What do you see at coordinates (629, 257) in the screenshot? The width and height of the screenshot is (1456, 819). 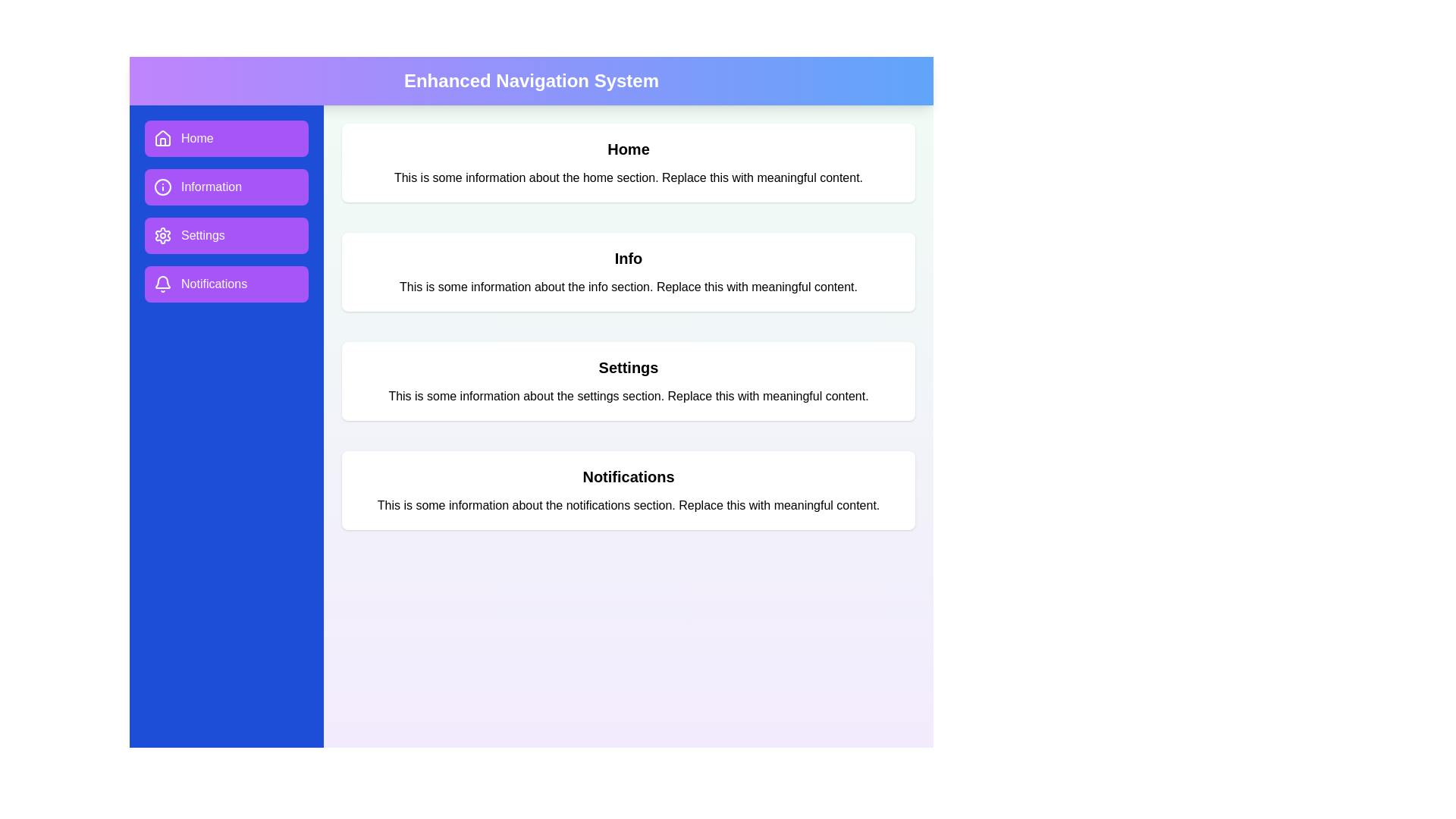 I see `the 'Info' text label which serves as a heading for the Info section of the interface` at bounding box center [629, 257].